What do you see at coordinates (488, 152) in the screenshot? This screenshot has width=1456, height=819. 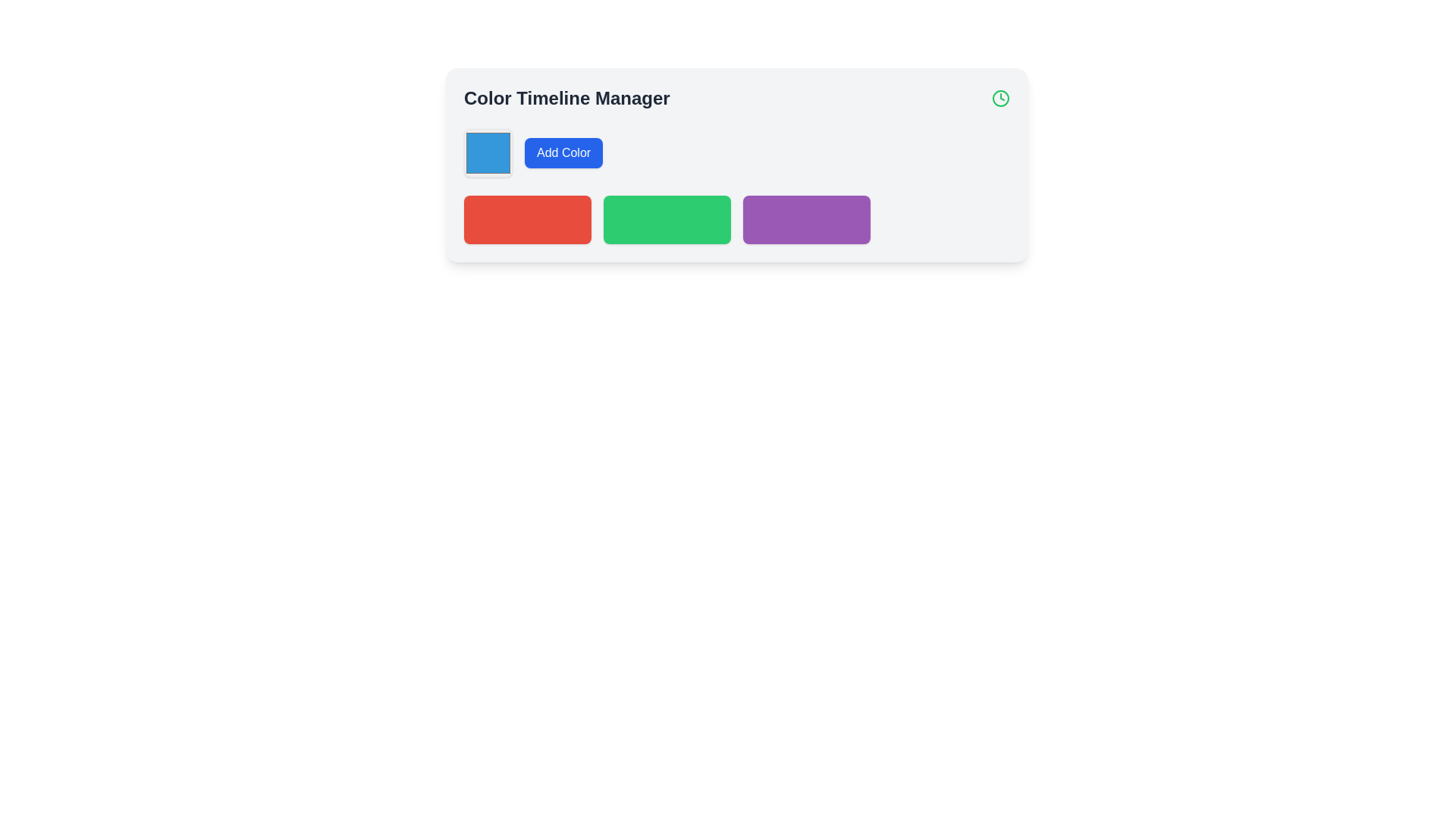 I see `the color indicator or color selector located in the upper-left section of the 'Color Timeline Manager' interface` at bounding box center [488, 152].